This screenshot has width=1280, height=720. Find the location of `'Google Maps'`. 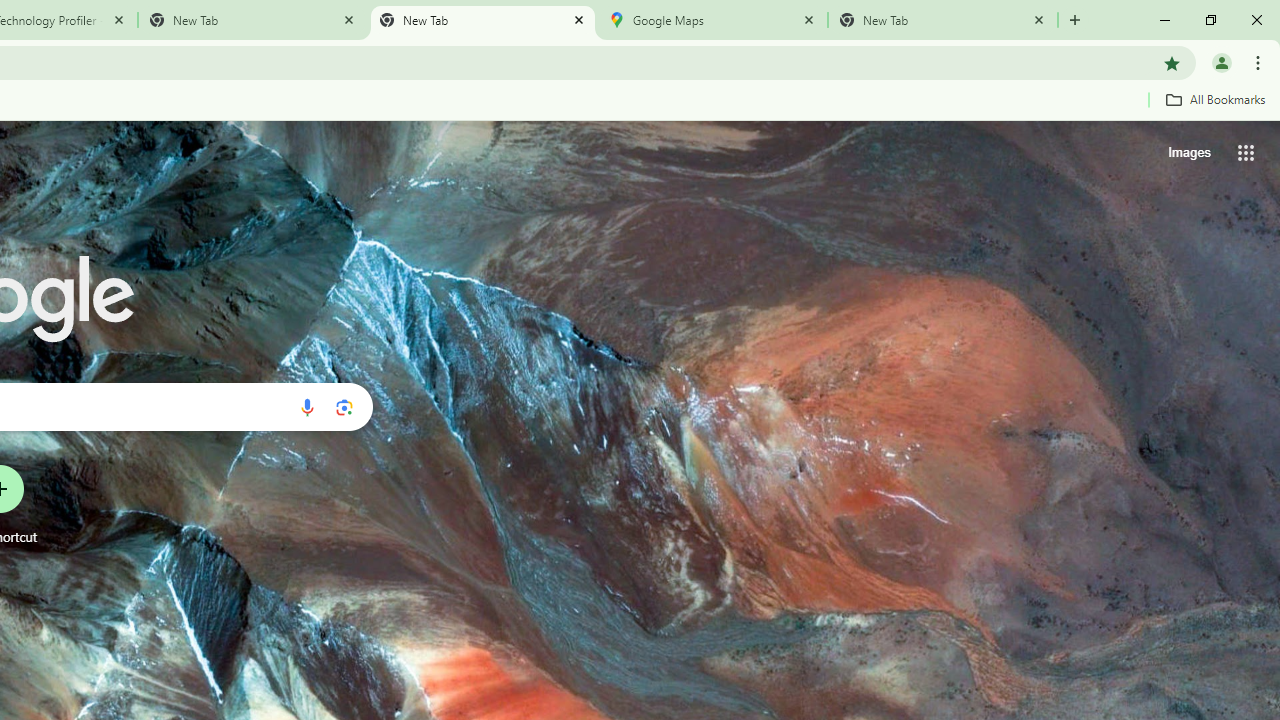

'Google Maps' is located at coordinates (712, 20).